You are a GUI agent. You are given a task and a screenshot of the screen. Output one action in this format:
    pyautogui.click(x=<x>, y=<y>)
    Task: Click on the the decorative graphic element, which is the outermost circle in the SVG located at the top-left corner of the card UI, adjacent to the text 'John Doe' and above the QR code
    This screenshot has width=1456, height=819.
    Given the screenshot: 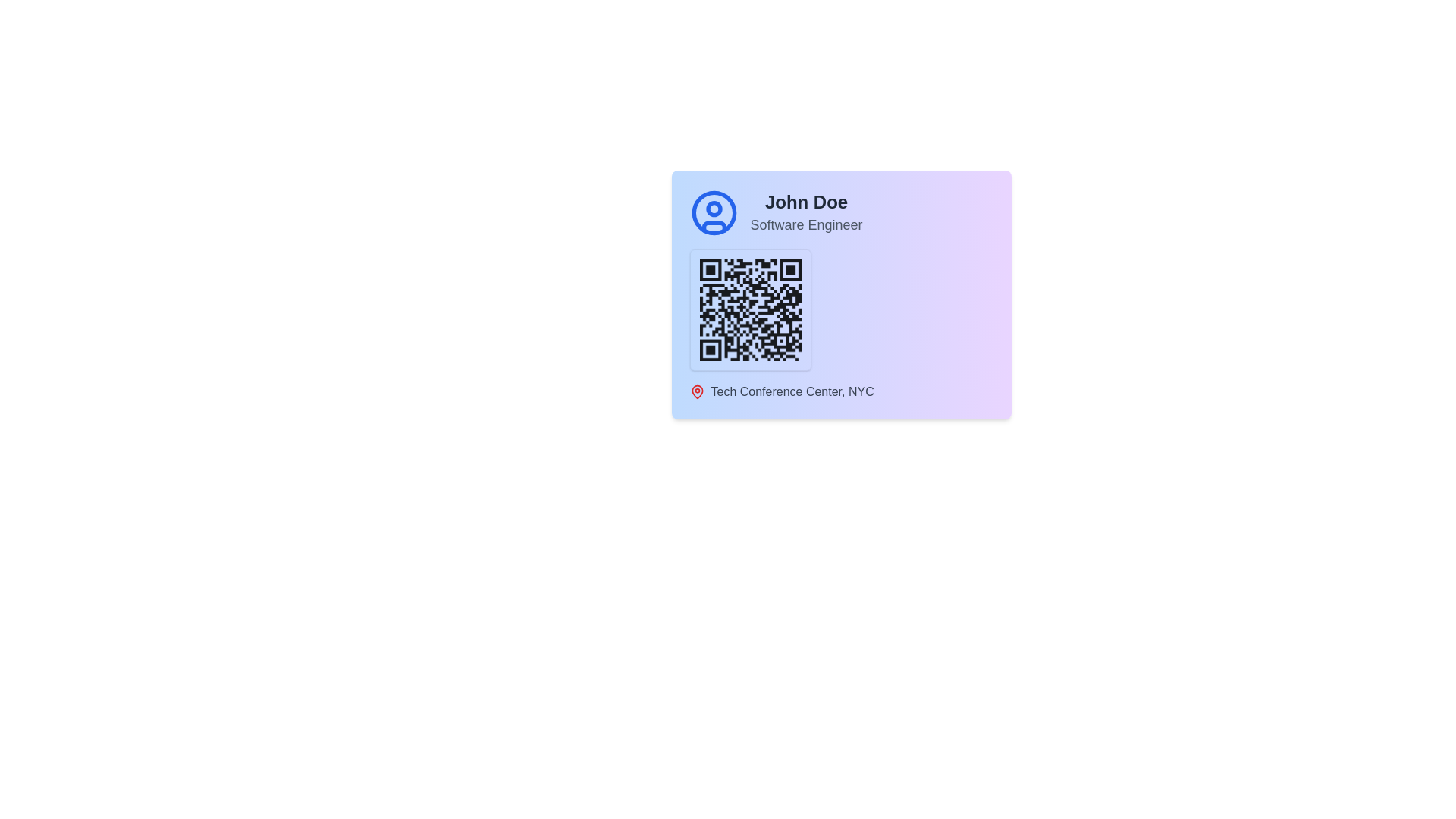 What is the action you would take?
    pyautogui.click(x=713, y=213)
    